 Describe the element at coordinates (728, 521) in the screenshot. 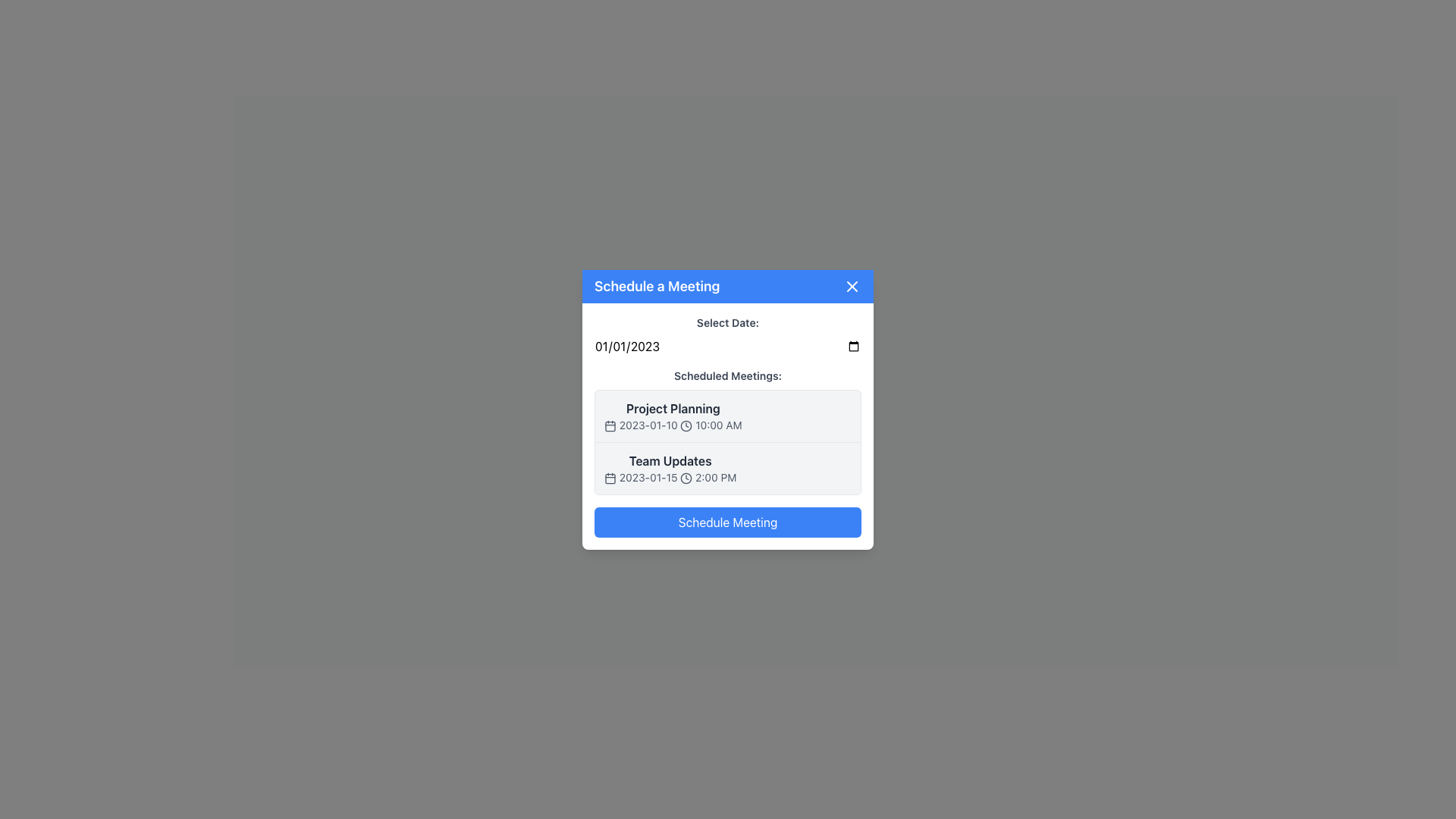

I see `the schedule new meeting button located at the bottom of the modal window` at that location.